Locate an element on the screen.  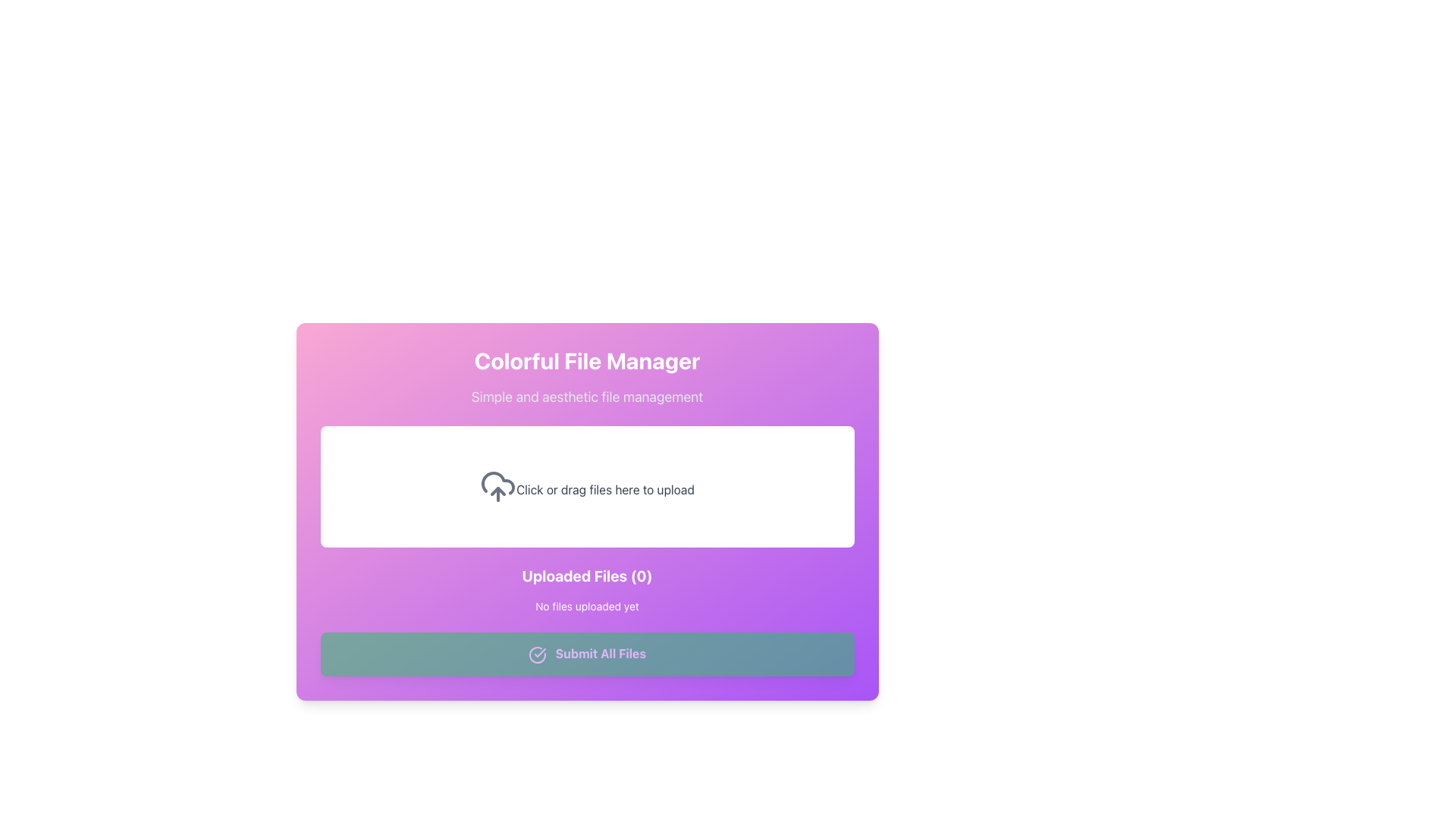
the text label that indicates no files have been uploaded yet, located below the 'Uploaded Files (0)' title and above the 'Submit All Files' button is located at coordinates (586, 605).